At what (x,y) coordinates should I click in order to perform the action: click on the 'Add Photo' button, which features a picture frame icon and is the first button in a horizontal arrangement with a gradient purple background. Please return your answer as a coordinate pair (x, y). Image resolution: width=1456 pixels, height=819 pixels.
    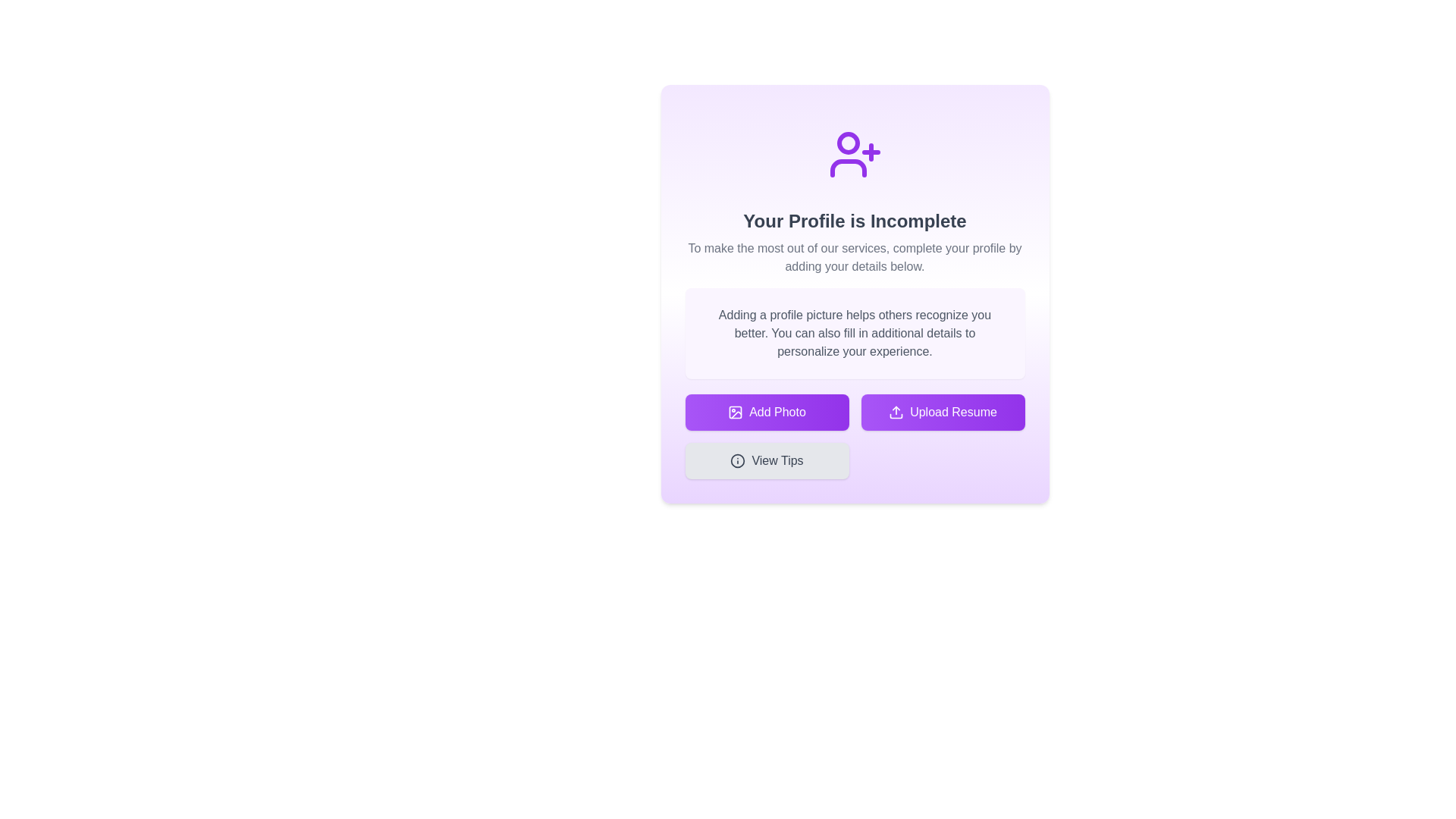
    Looking at the image, I should click on (767, 412).